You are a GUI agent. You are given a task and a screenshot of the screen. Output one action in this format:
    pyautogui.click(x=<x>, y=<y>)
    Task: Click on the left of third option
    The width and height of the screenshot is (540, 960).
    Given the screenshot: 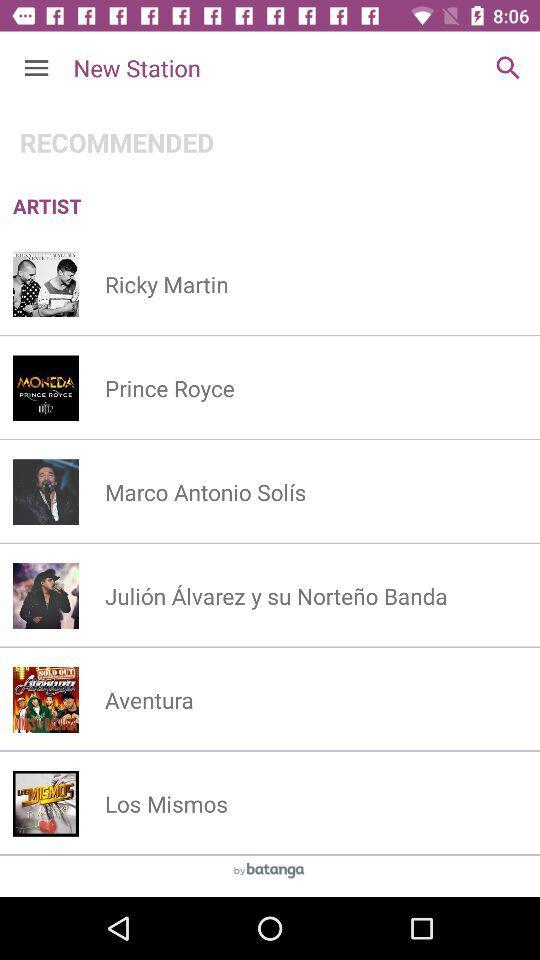 What is the action you would take?
    pyautogui.click(x=46, y=490)
    